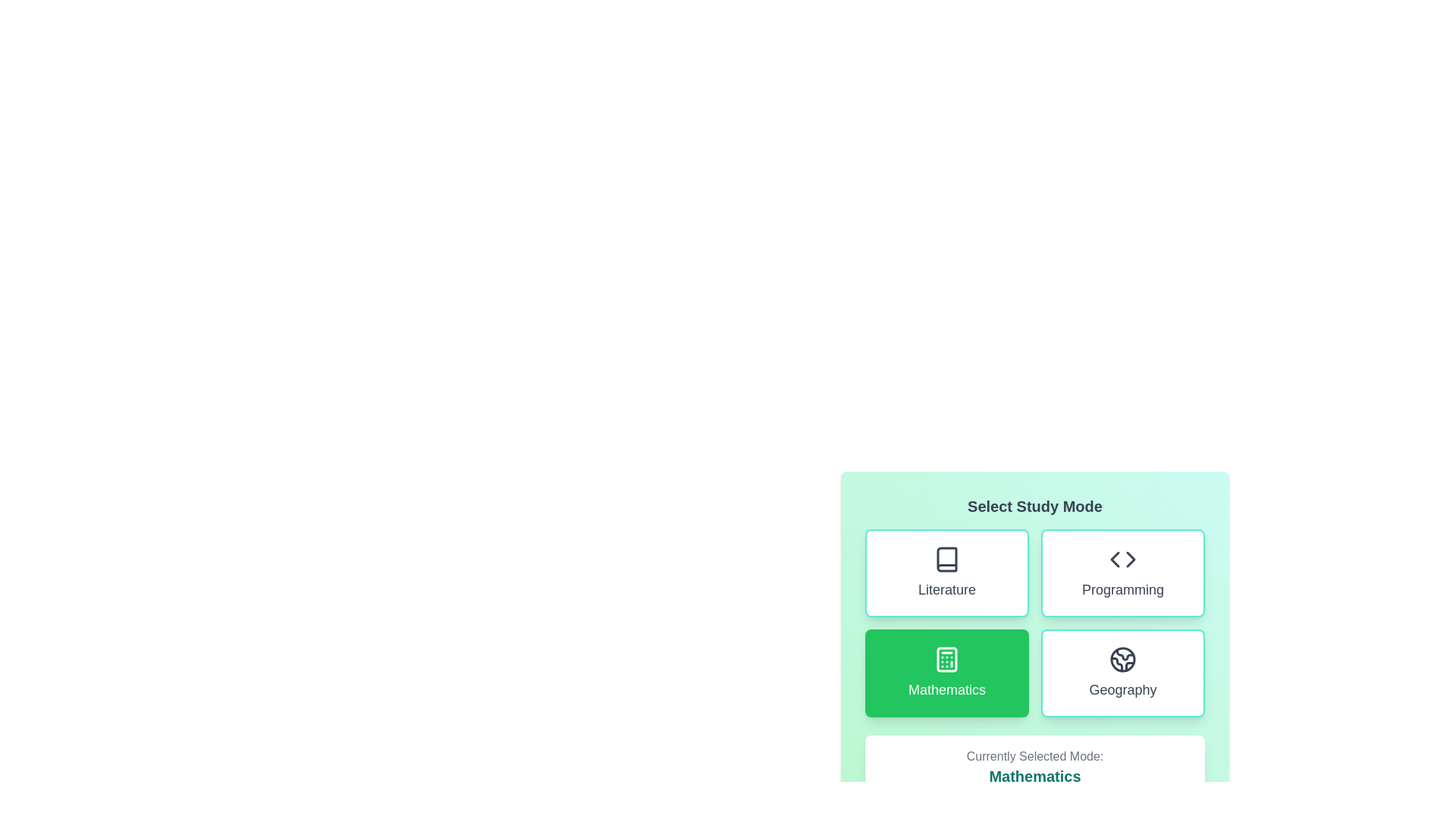 This screenshot has width=1456, height=819. Describe the element at coordinates (1123, 672) in the screenshot. I see `the study mode Geography by clicking its respective button` at that location.